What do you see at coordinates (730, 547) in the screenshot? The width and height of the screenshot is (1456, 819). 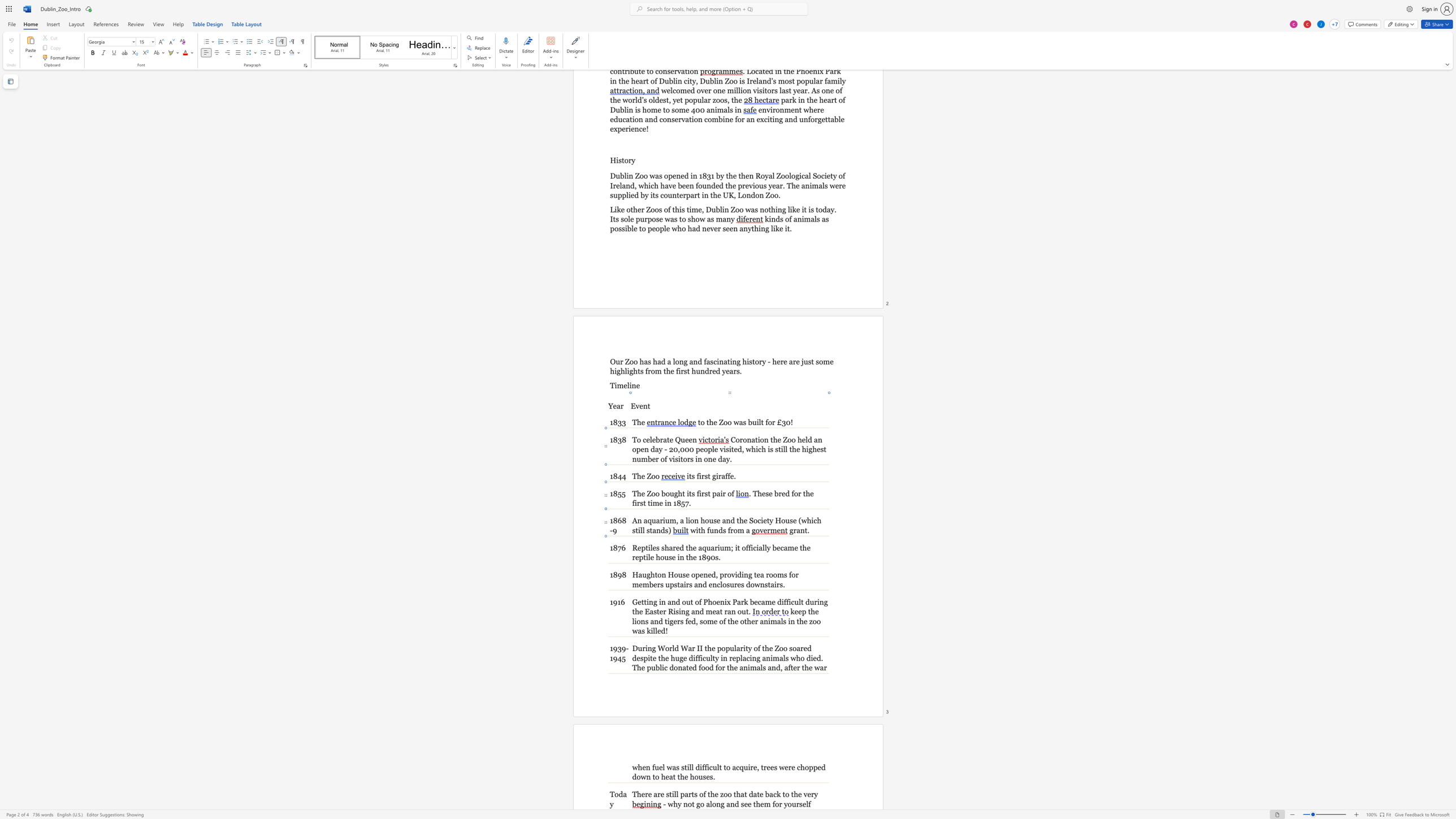 I see `the space between the continuous character "m" and ";" in the text` at bounding box center [730, 547].